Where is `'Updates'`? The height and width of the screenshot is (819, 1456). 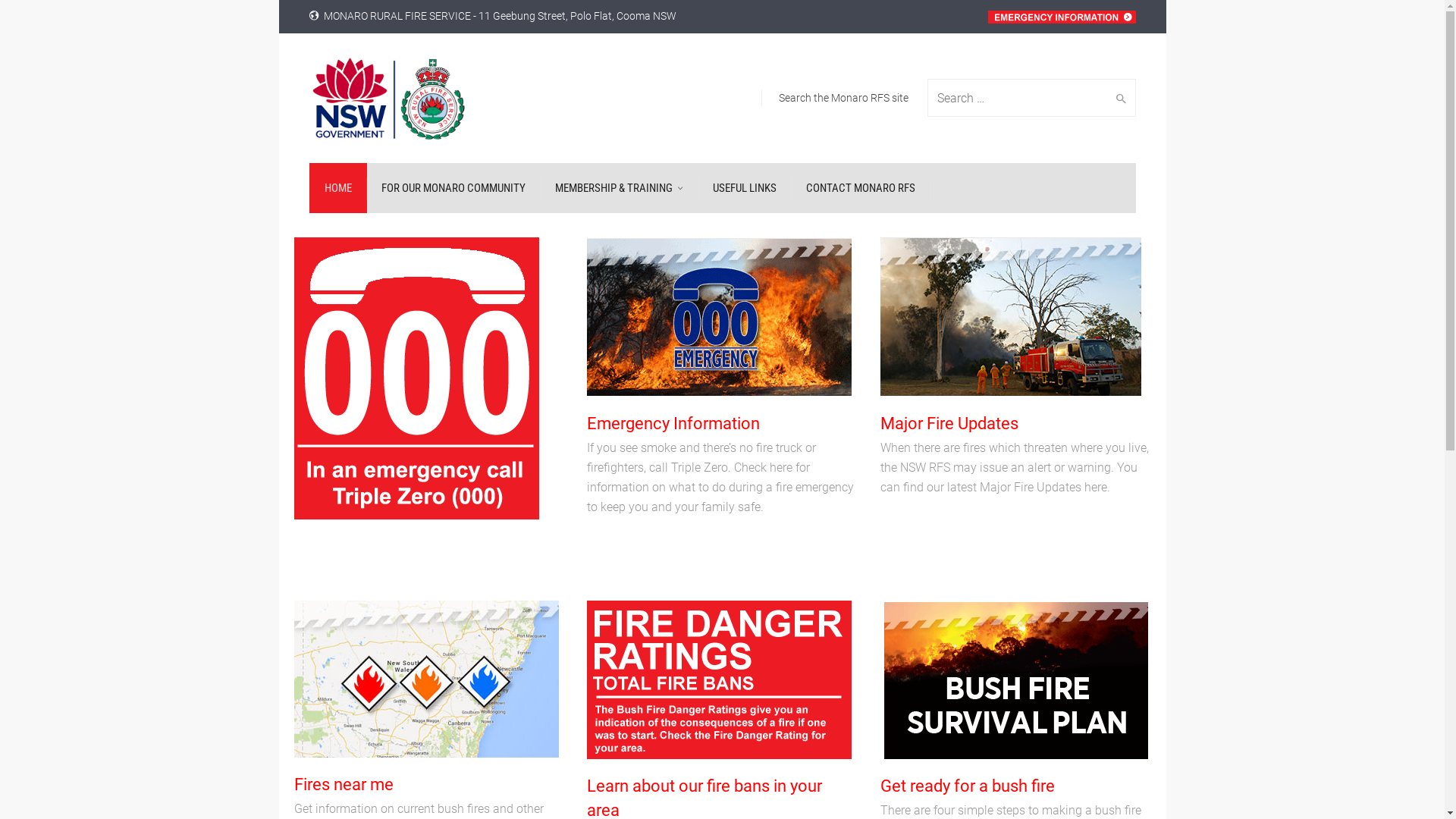
'Updates' is located at coordinates (1011, 315).